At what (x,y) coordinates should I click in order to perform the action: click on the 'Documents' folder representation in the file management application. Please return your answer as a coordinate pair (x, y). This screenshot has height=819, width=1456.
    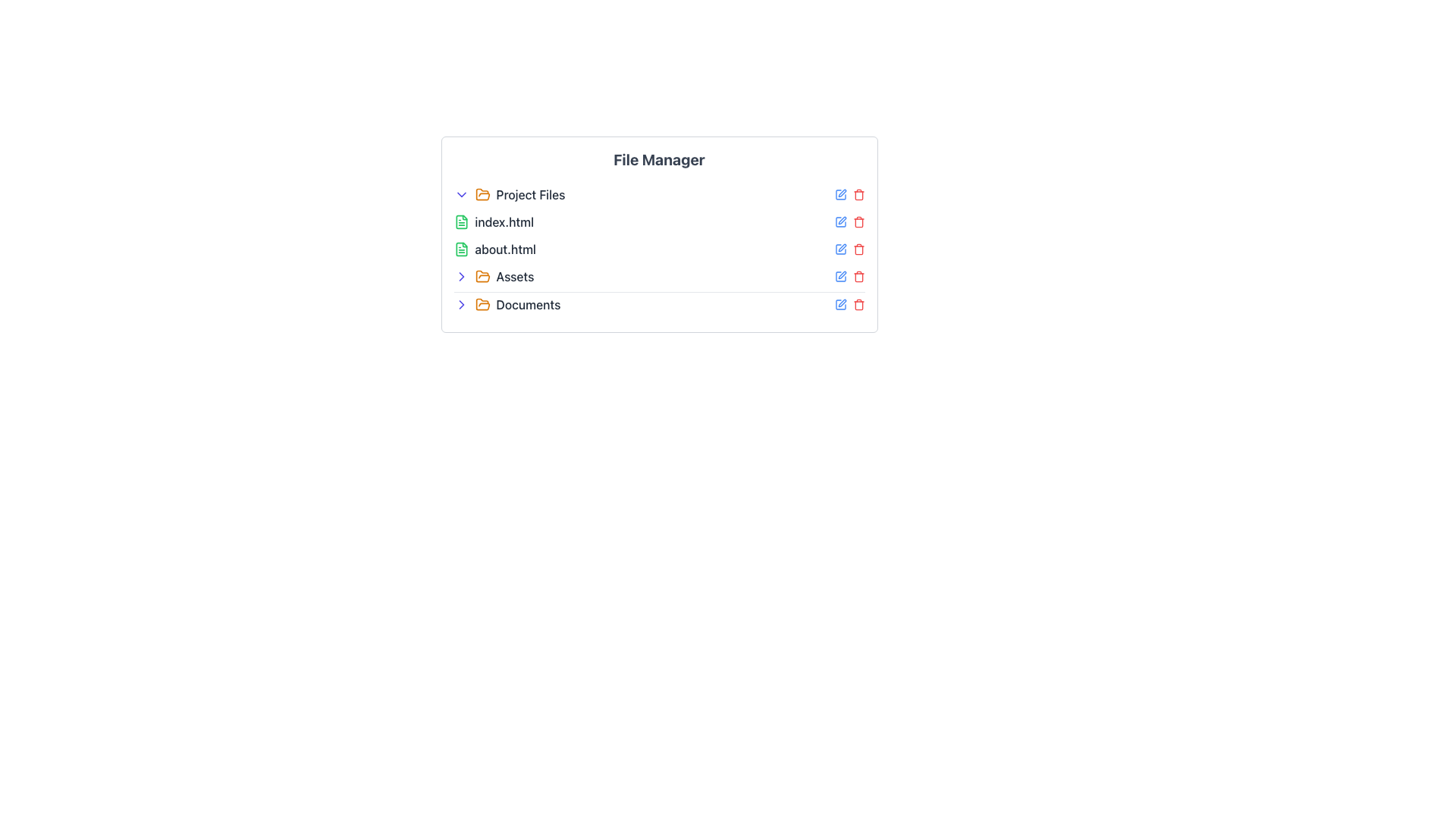
    Looking at the image, I should click on (659, 304).